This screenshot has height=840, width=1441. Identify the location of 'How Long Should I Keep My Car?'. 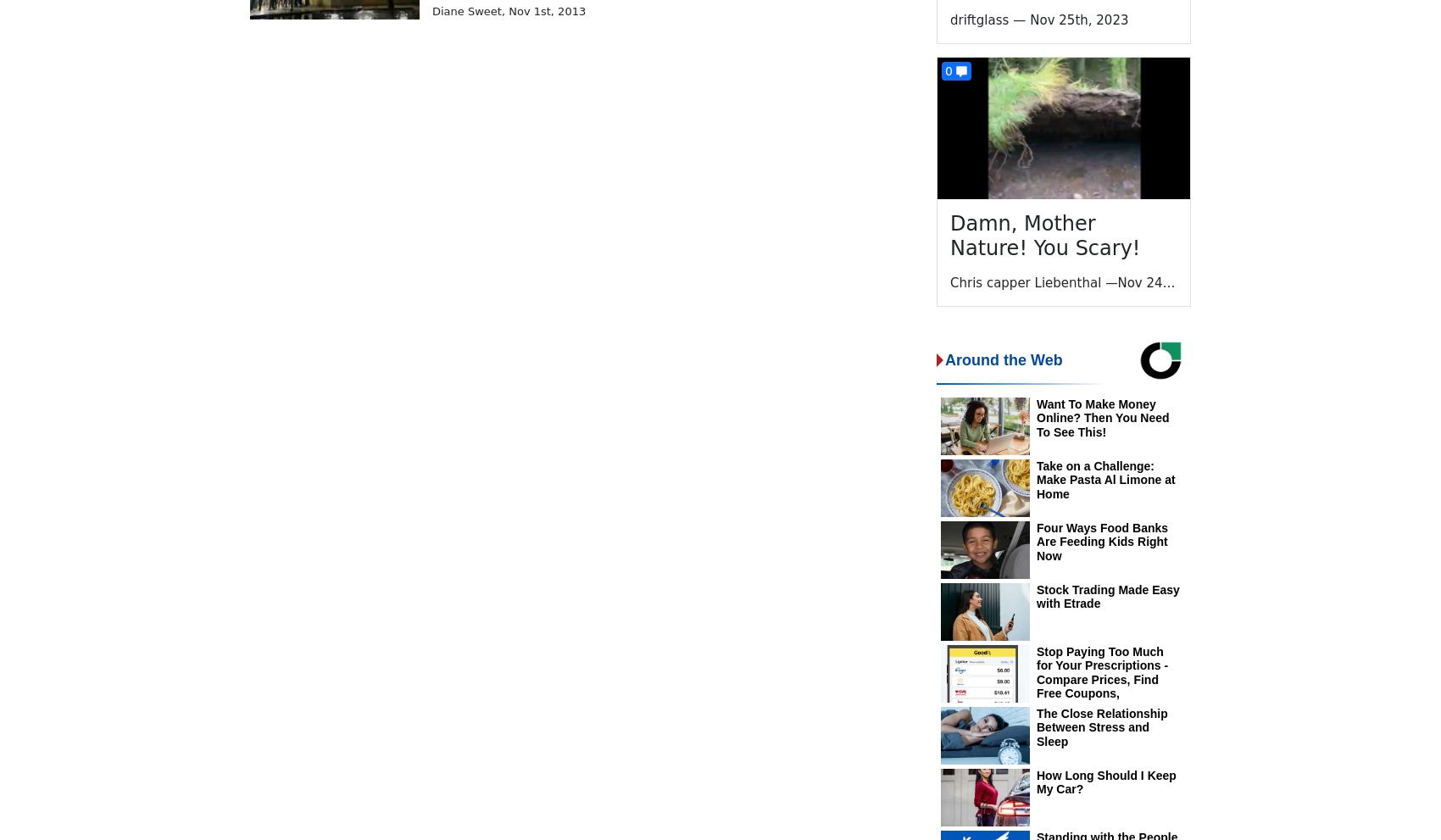
(1105, 782).